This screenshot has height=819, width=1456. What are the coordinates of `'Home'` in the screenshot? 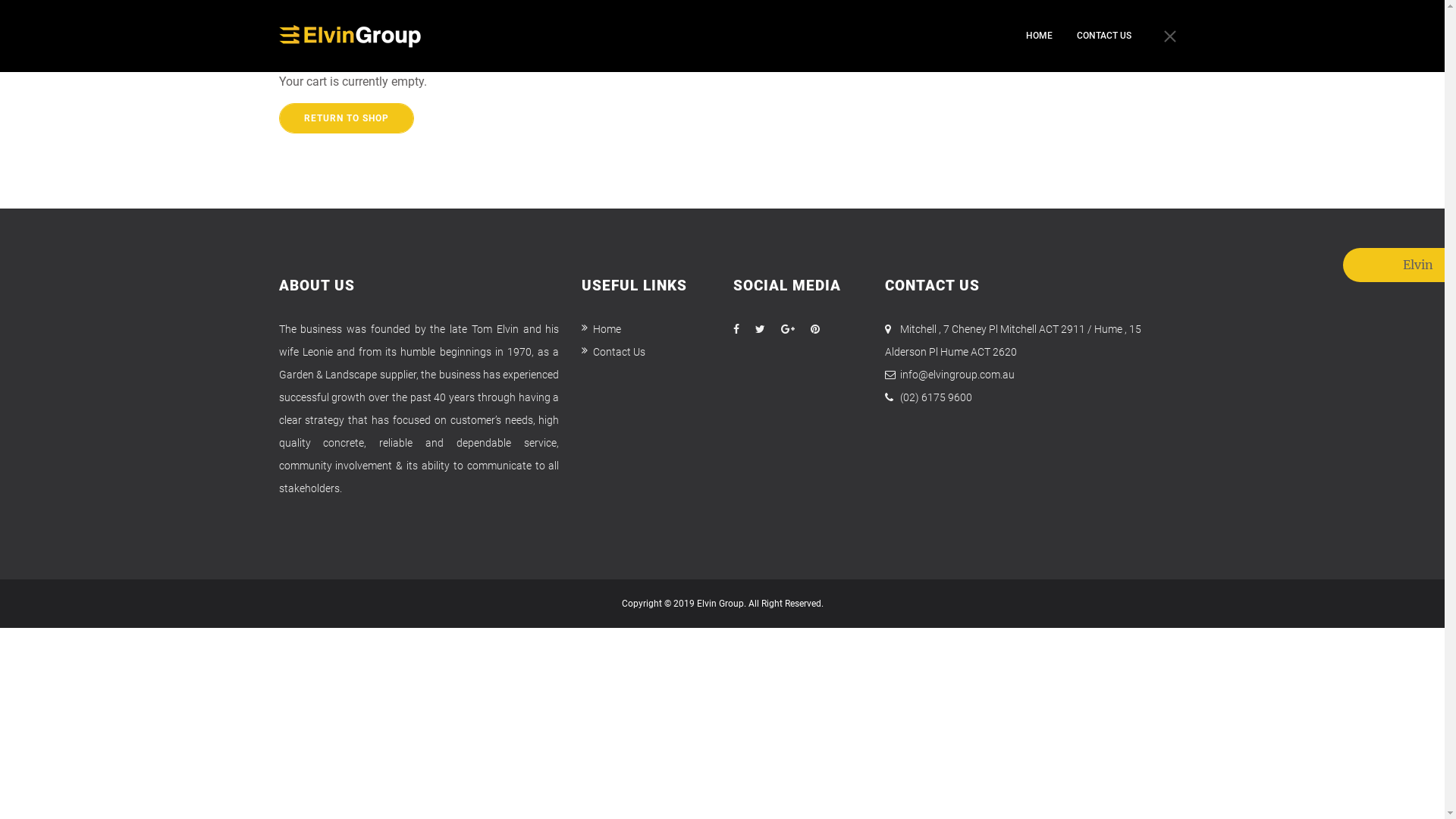 It's located at (600, 328).